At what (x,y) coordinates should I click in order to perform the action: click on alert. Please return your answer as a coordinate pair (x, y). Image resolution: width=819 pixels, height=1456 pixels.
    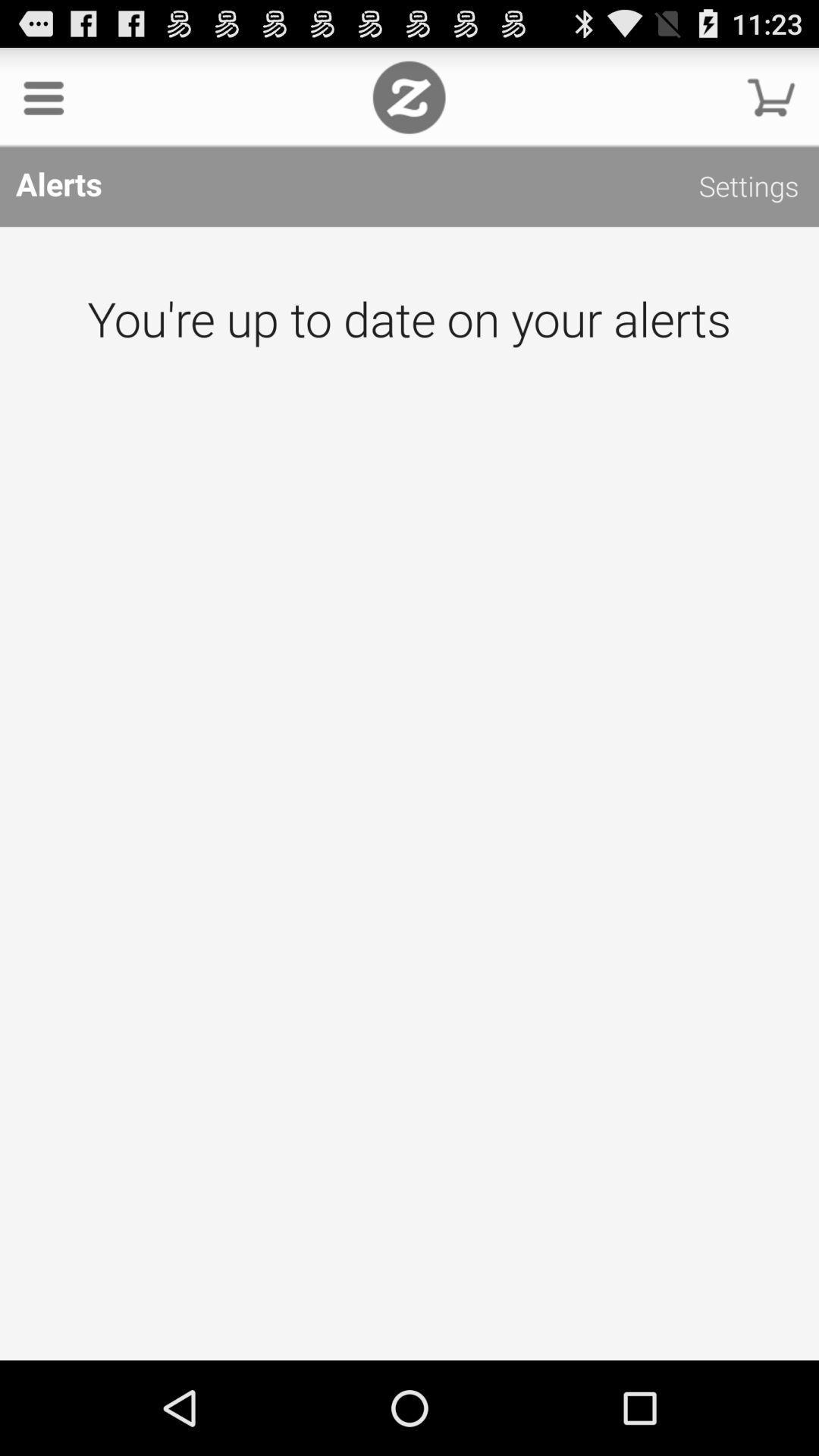
    Looking at the image, I should click on (409, 792).